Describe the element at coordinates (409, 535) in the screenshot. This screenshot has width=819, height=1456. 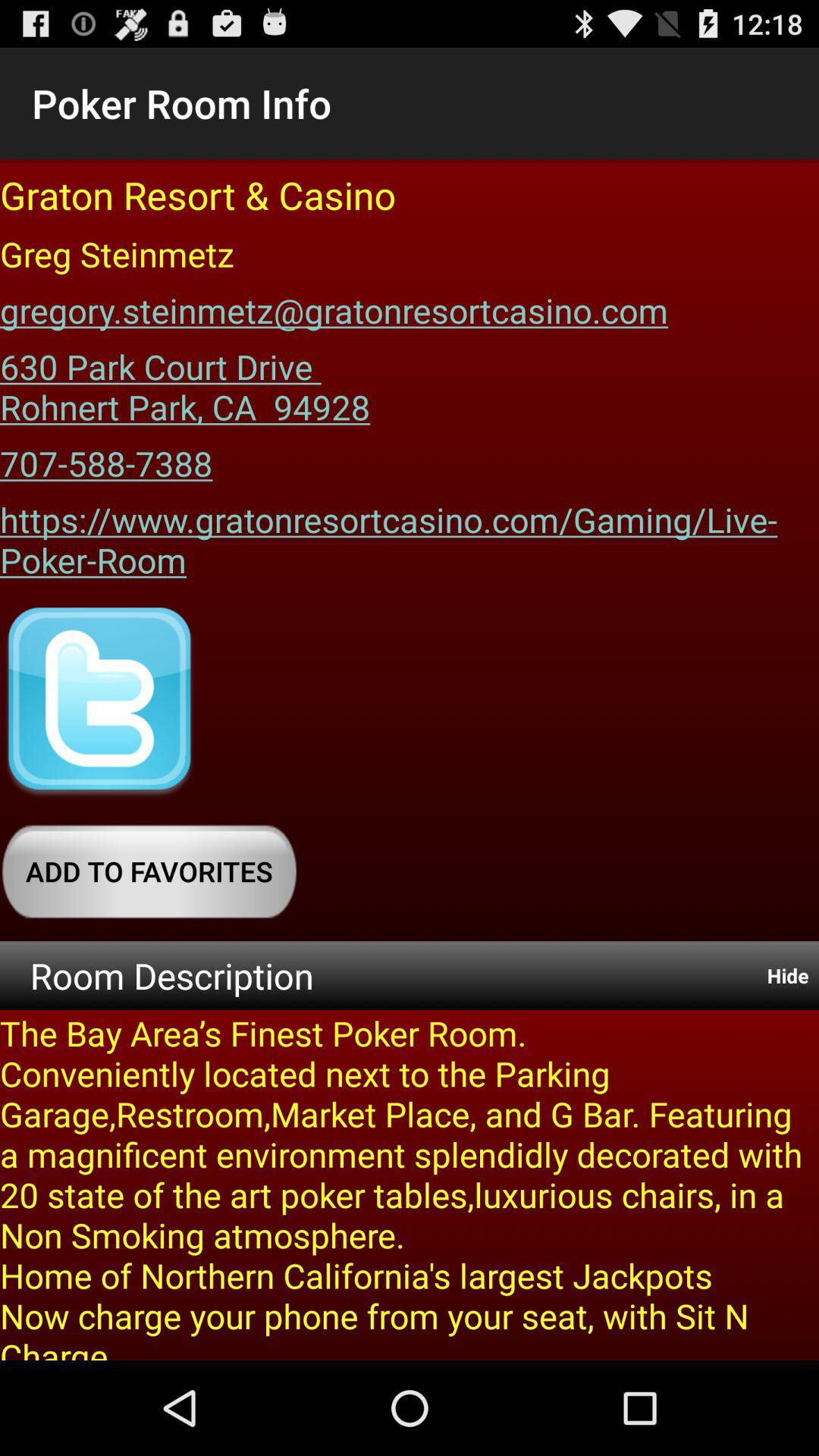
I see `https www gratonresortcasino` at that location.